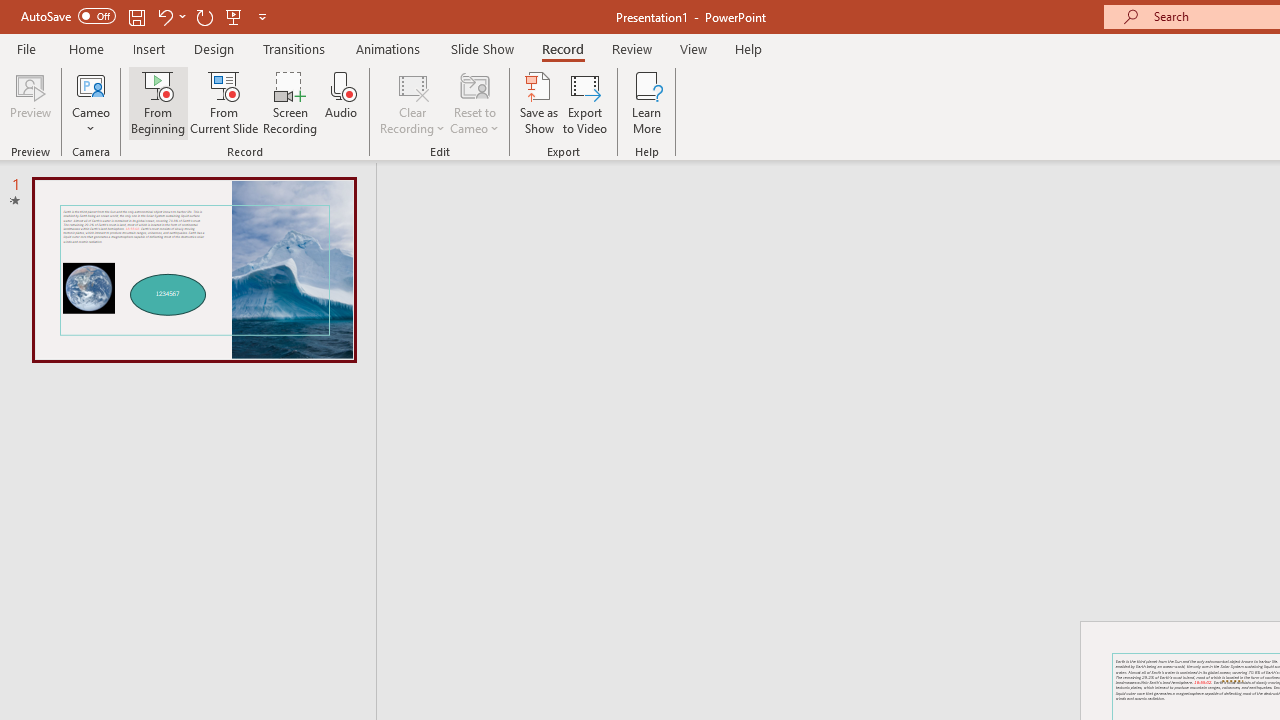 This screenshot has height=720, width=1280. I want to click on 'Clear Recording', so click(411, 103).